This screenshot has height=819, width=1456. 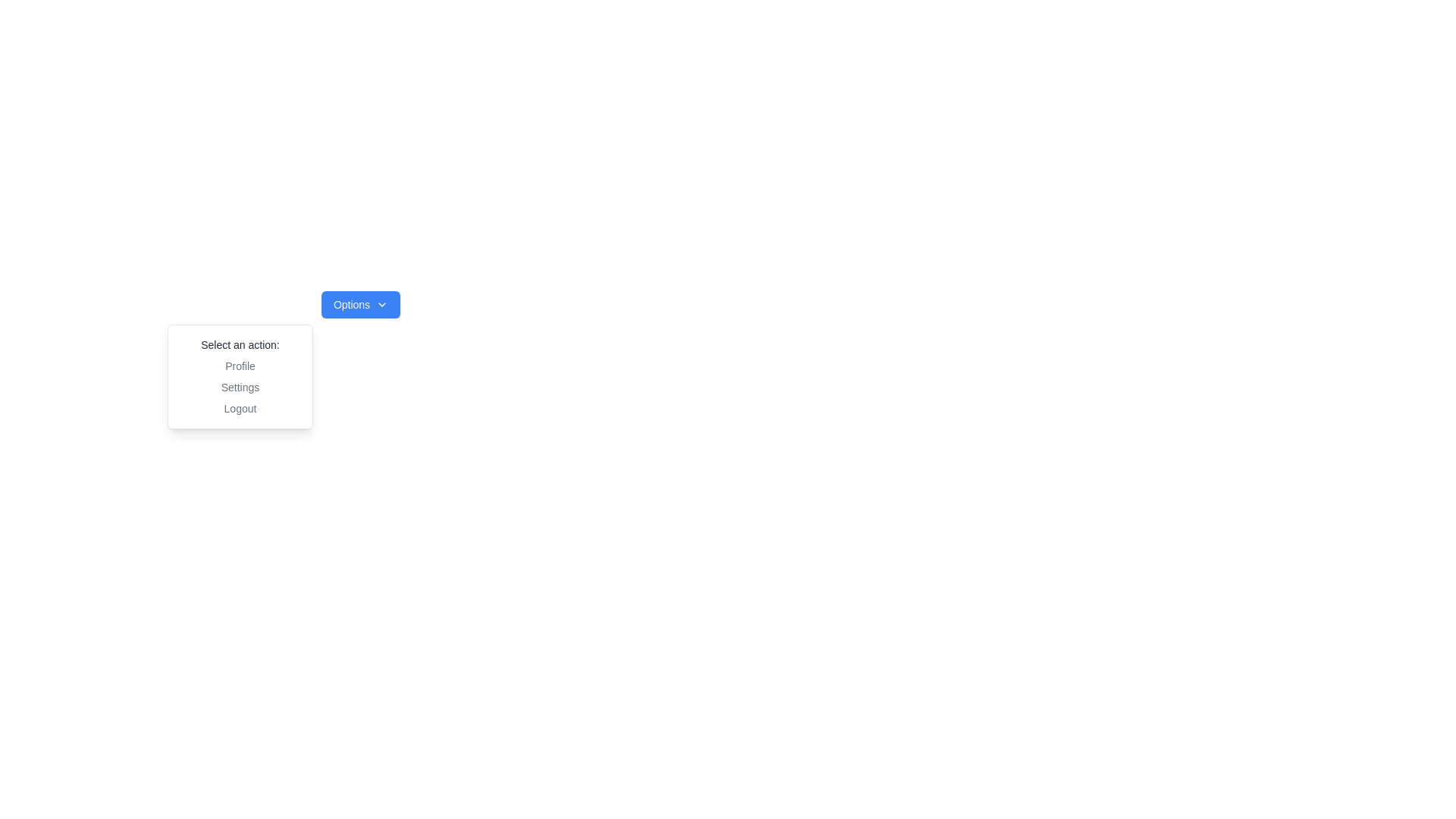 I want to click on the Text Label that provides context for the dropdown menu options 'Profile,' 'Settings,' and 'Logout.', so click(x=239, y=345).